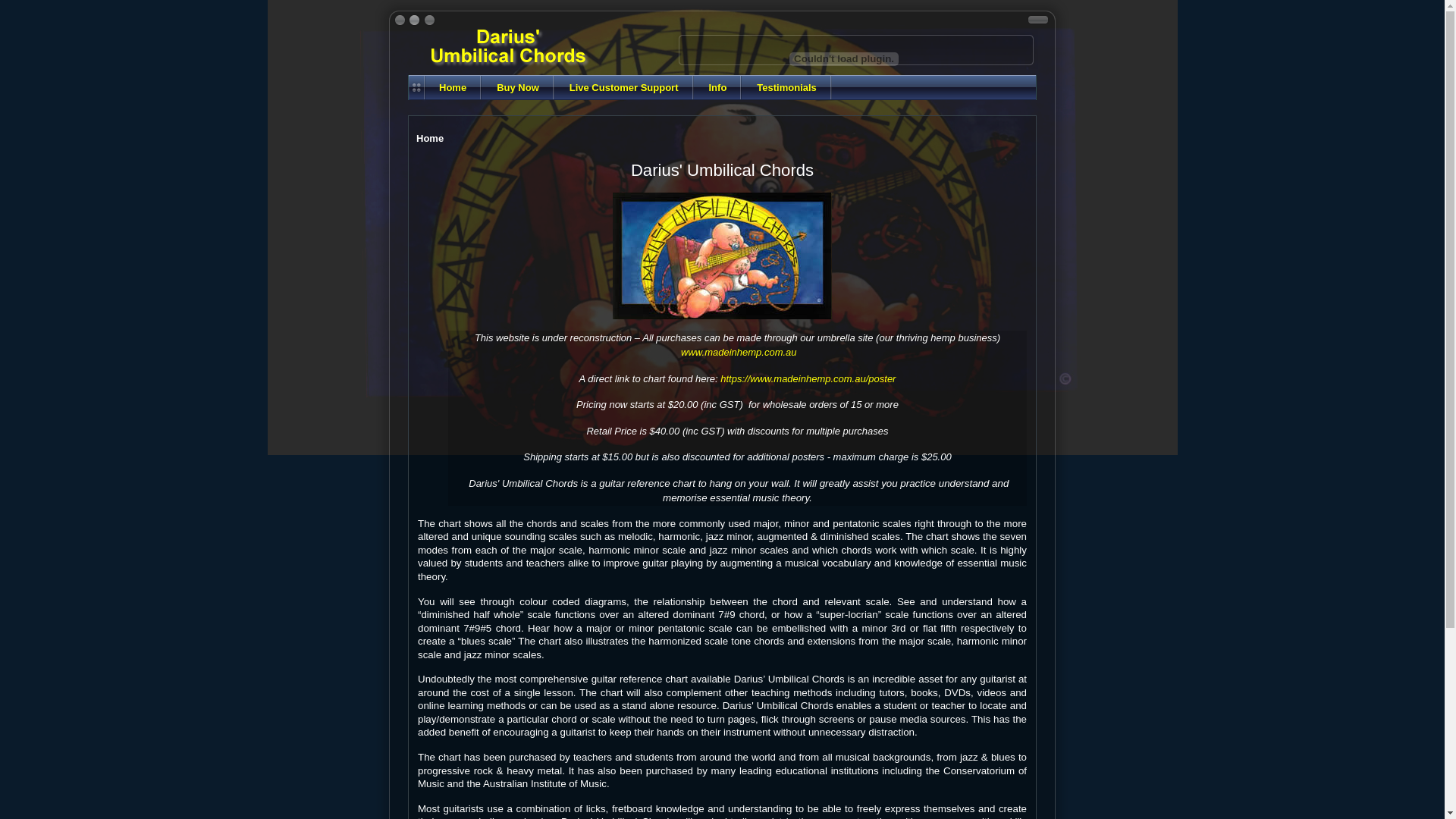  I want to click on 'Testimonials', so click(742, 87).